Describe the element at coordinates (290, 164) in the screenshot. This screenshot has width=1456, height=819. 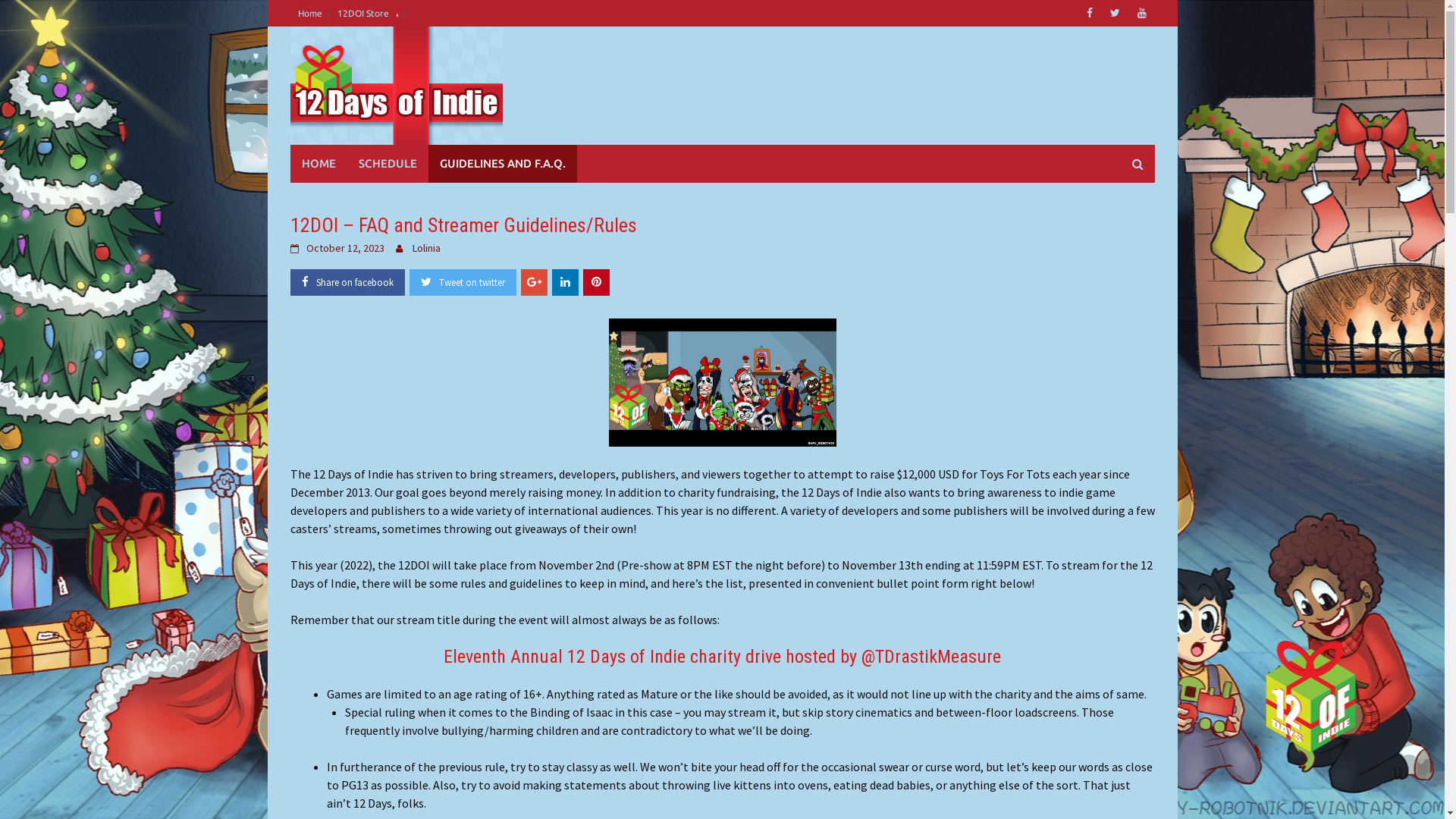
I see `'HOME'` at that location.